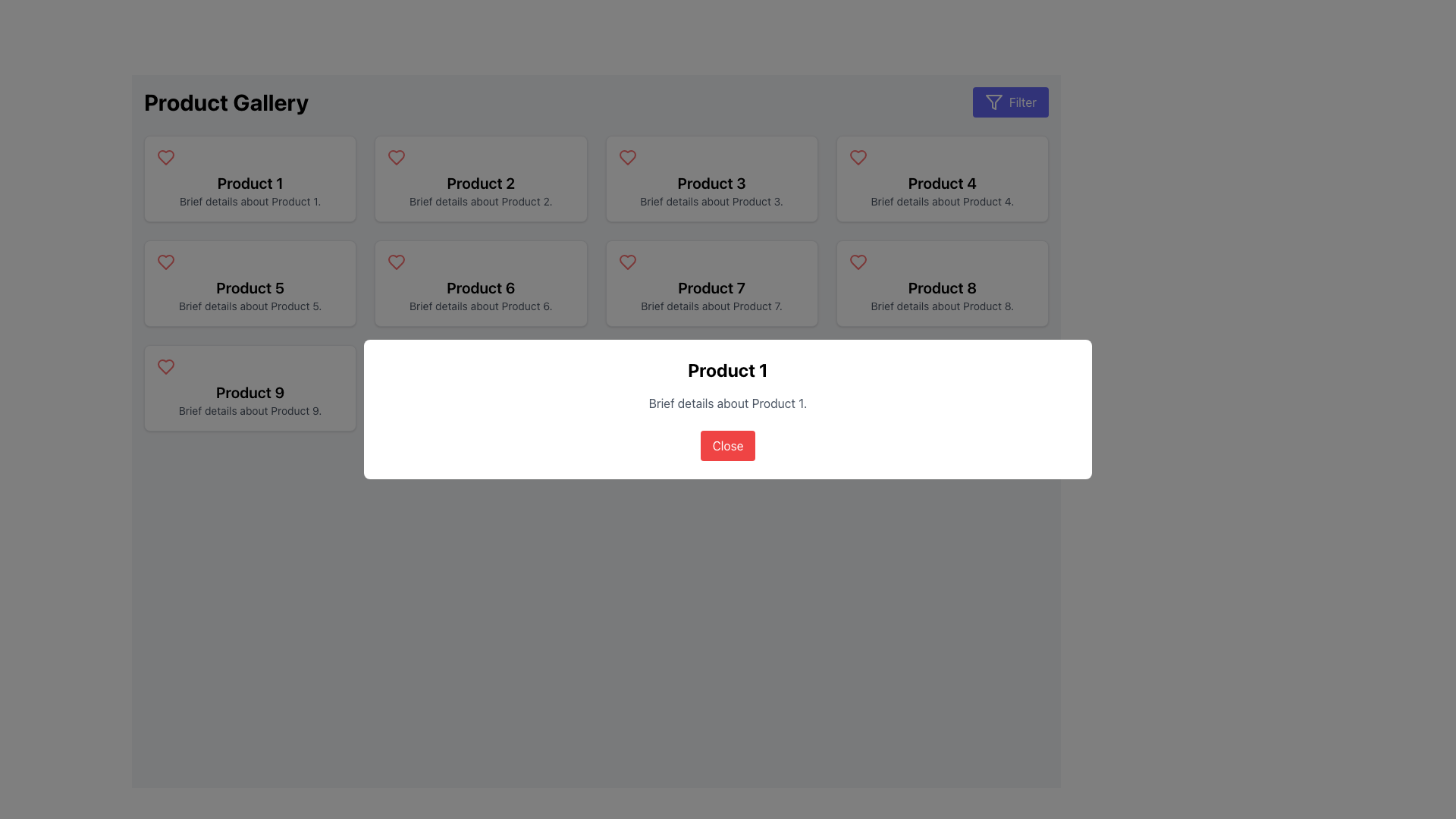  Describe the element at coordinates (728, 370) in the screenshot. I see `the heading element that serves as the title for the content, positioned above the description text and the 'Close' button` at that location.